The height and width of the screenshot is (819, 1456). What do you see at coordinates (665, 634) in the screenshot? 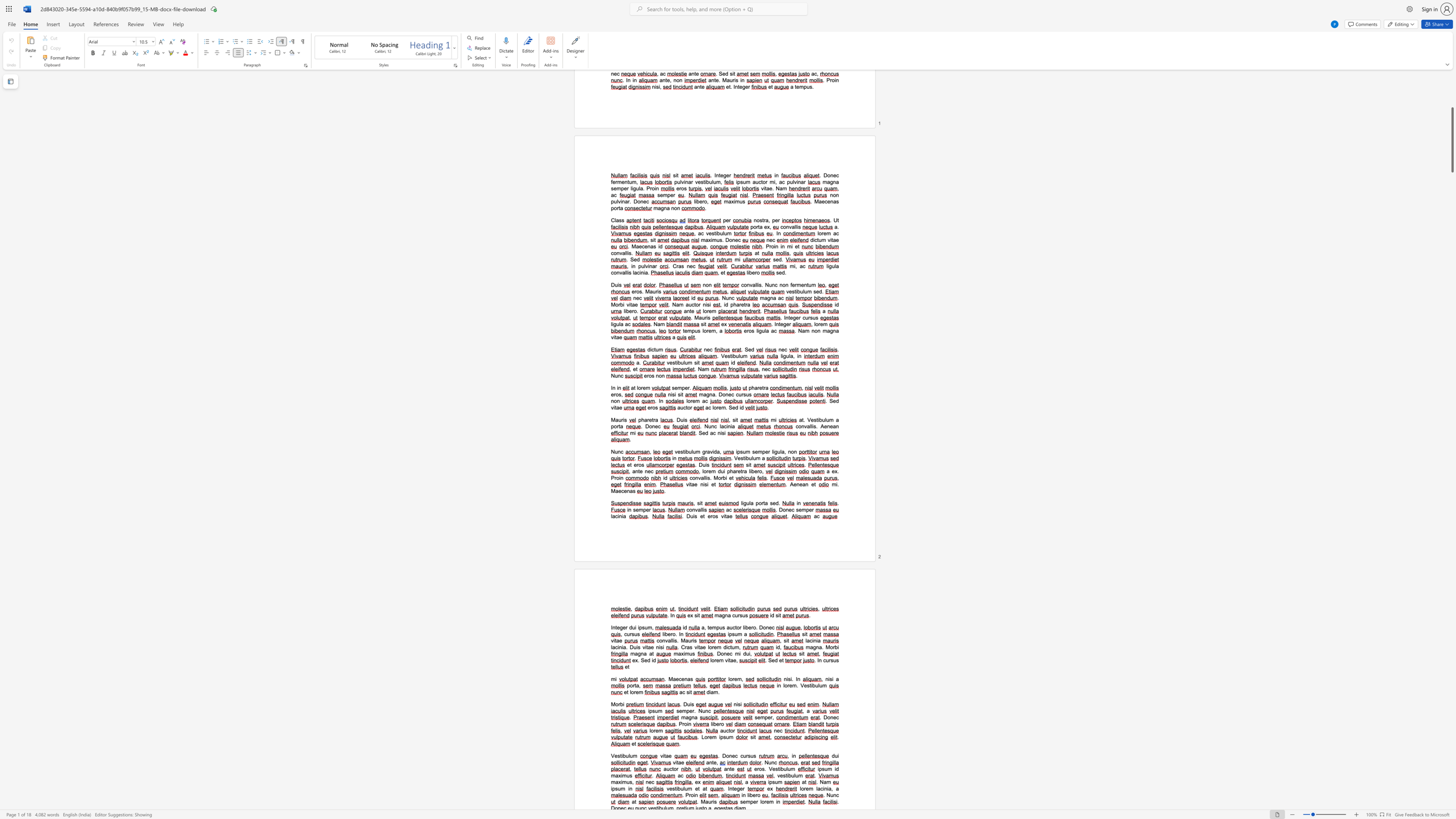
I see `the space between the continuous character "i" and "b" in the text` at bounding box center [665, 634].